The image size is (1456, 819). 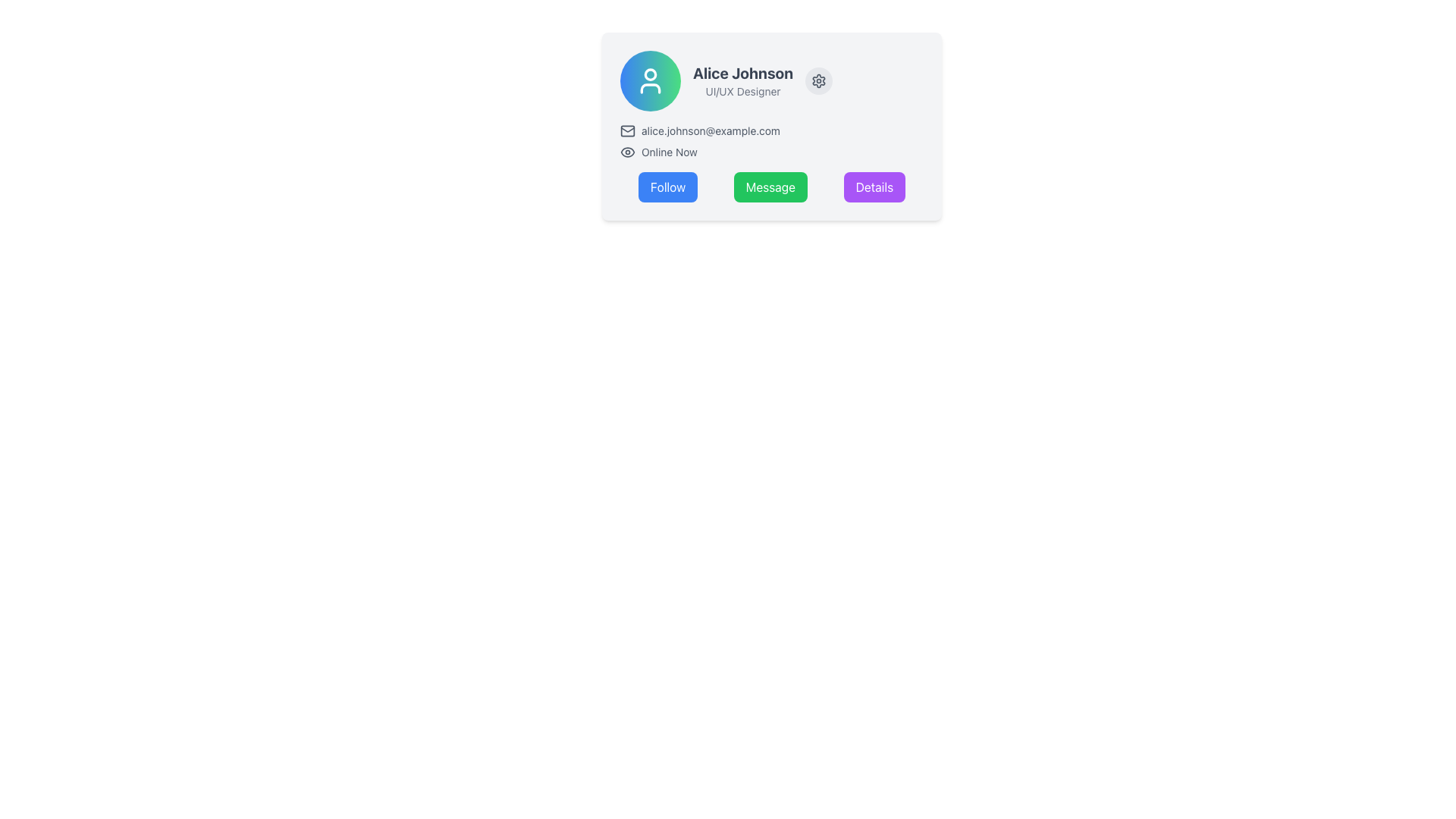 I want to click on the text label displaying the user's email address in the profile card, located to the right of two icons and above the 'Online Now' status text, so click(x=710, y=130).